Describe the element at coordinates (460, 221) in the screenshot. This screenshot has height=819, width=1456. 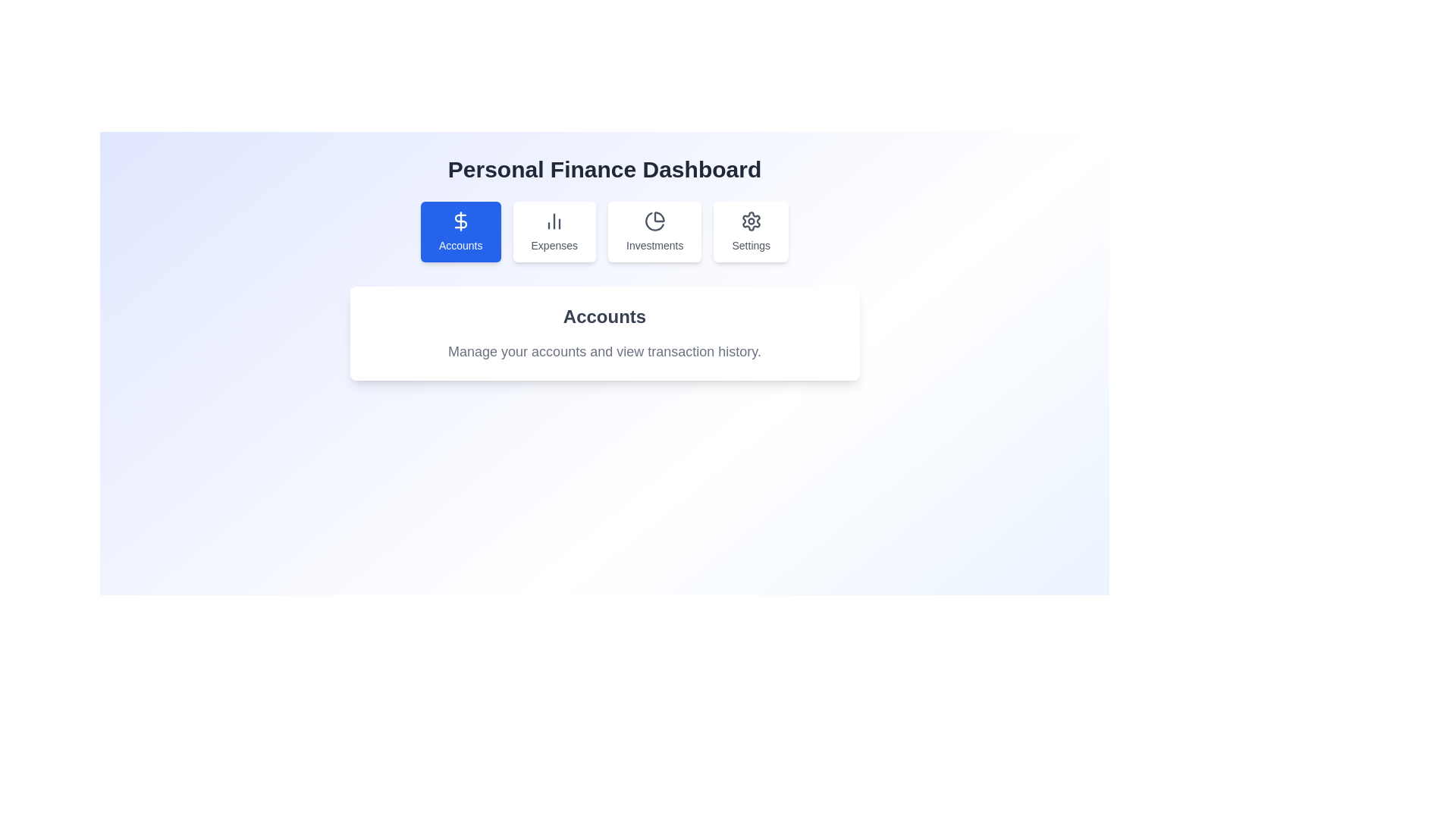
I see `the 'Accounts' icon located at the center of the blue button labeled 'Accounts'` at that location.